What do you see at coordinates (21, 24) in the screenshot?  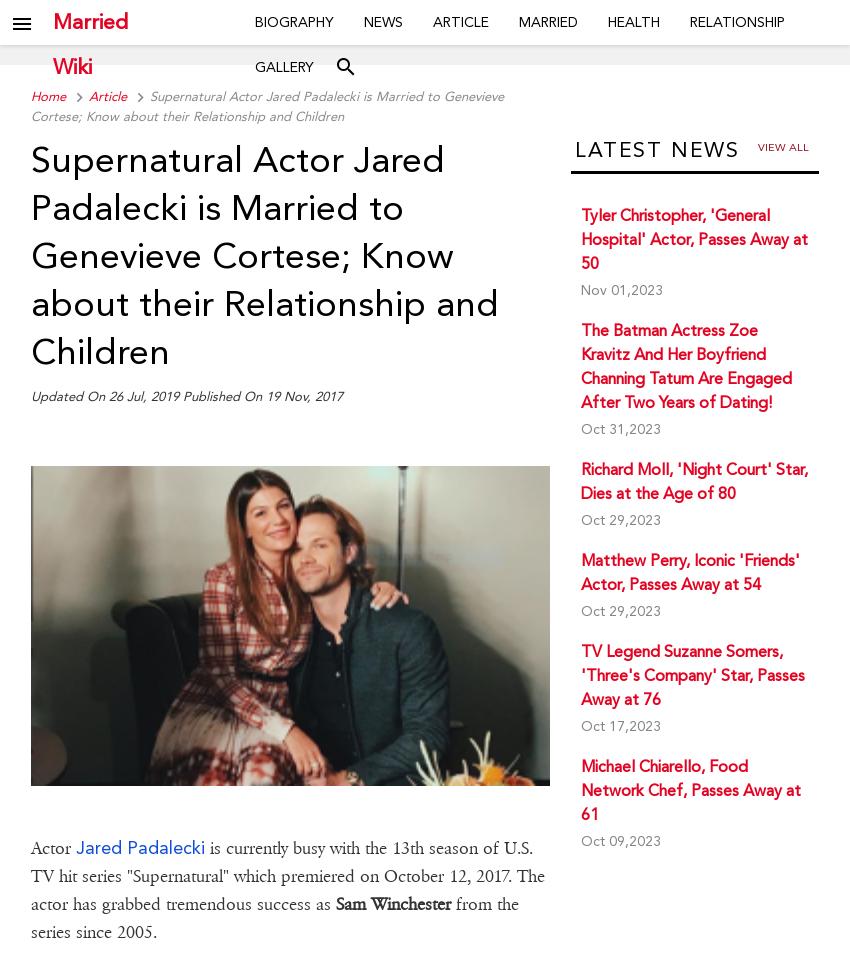 I see `'menu'` at bounding box center [21, 24].